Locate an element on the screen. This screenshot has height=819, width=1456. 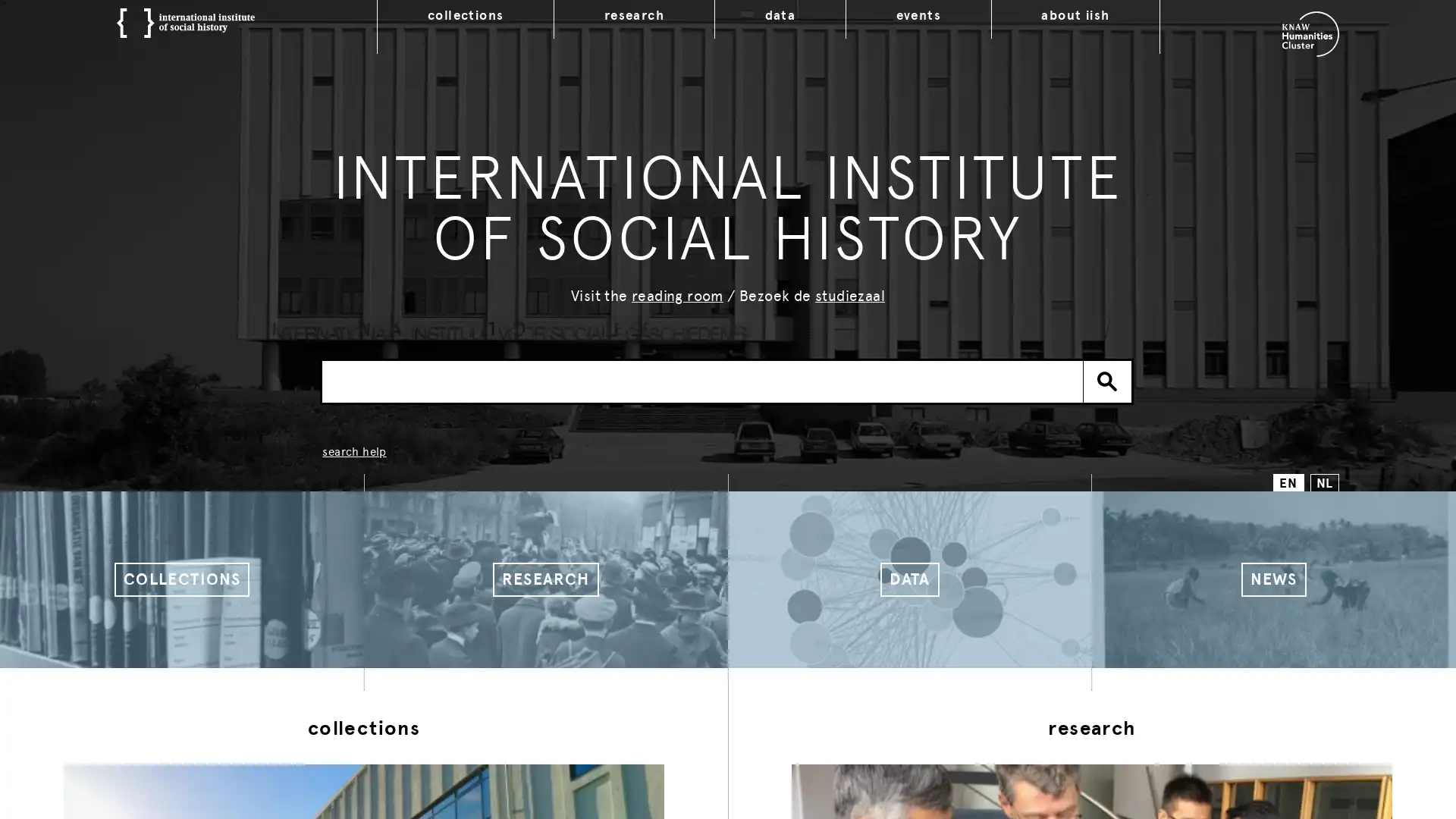
Search is located at coordinates (1107, 380).